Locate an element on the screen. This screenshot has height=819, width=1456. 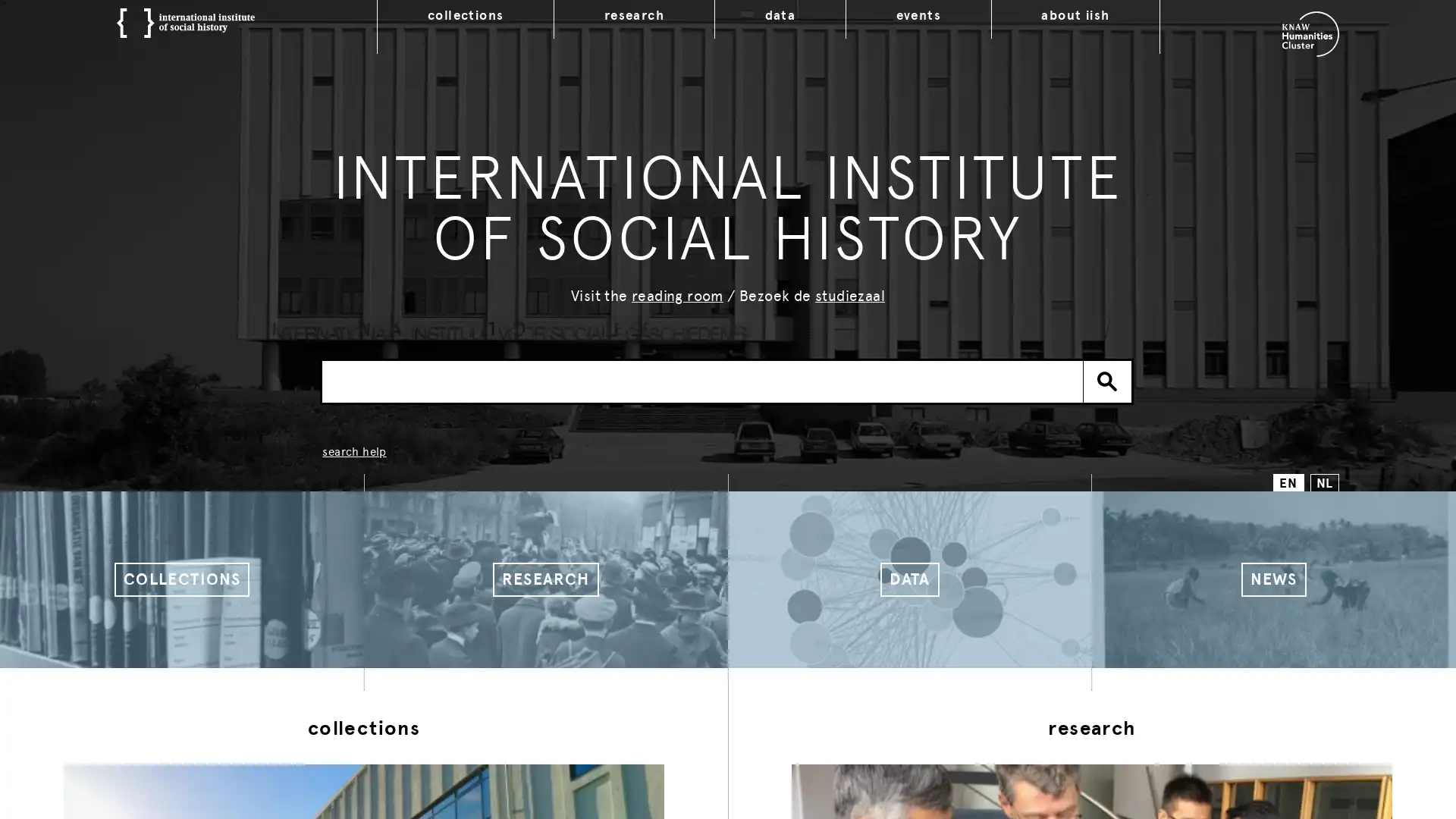
Search is located at coordinates (1107, 380).